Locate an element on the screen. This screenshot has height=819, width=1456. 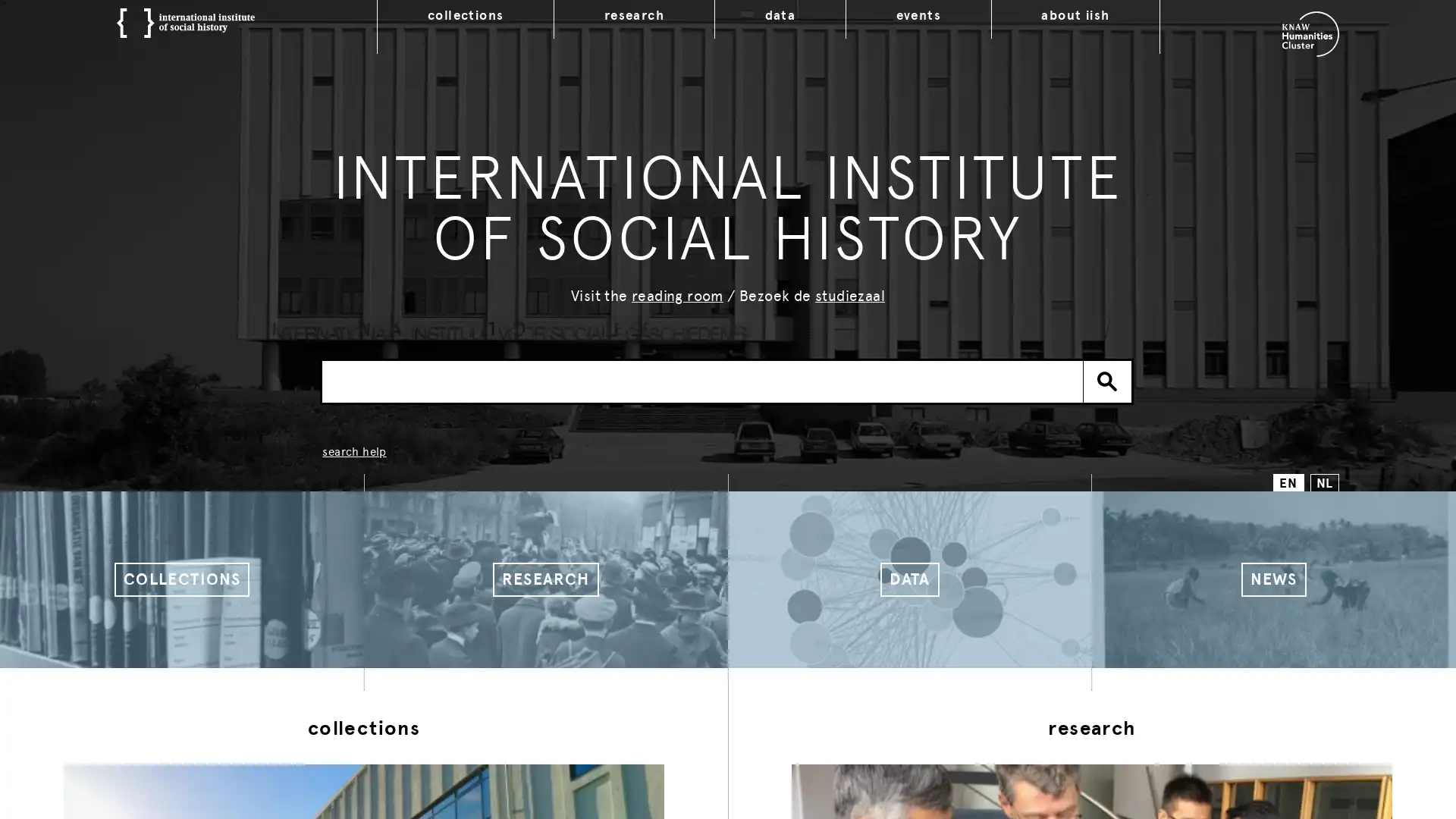
Search is located at coordinates (1107, 380).